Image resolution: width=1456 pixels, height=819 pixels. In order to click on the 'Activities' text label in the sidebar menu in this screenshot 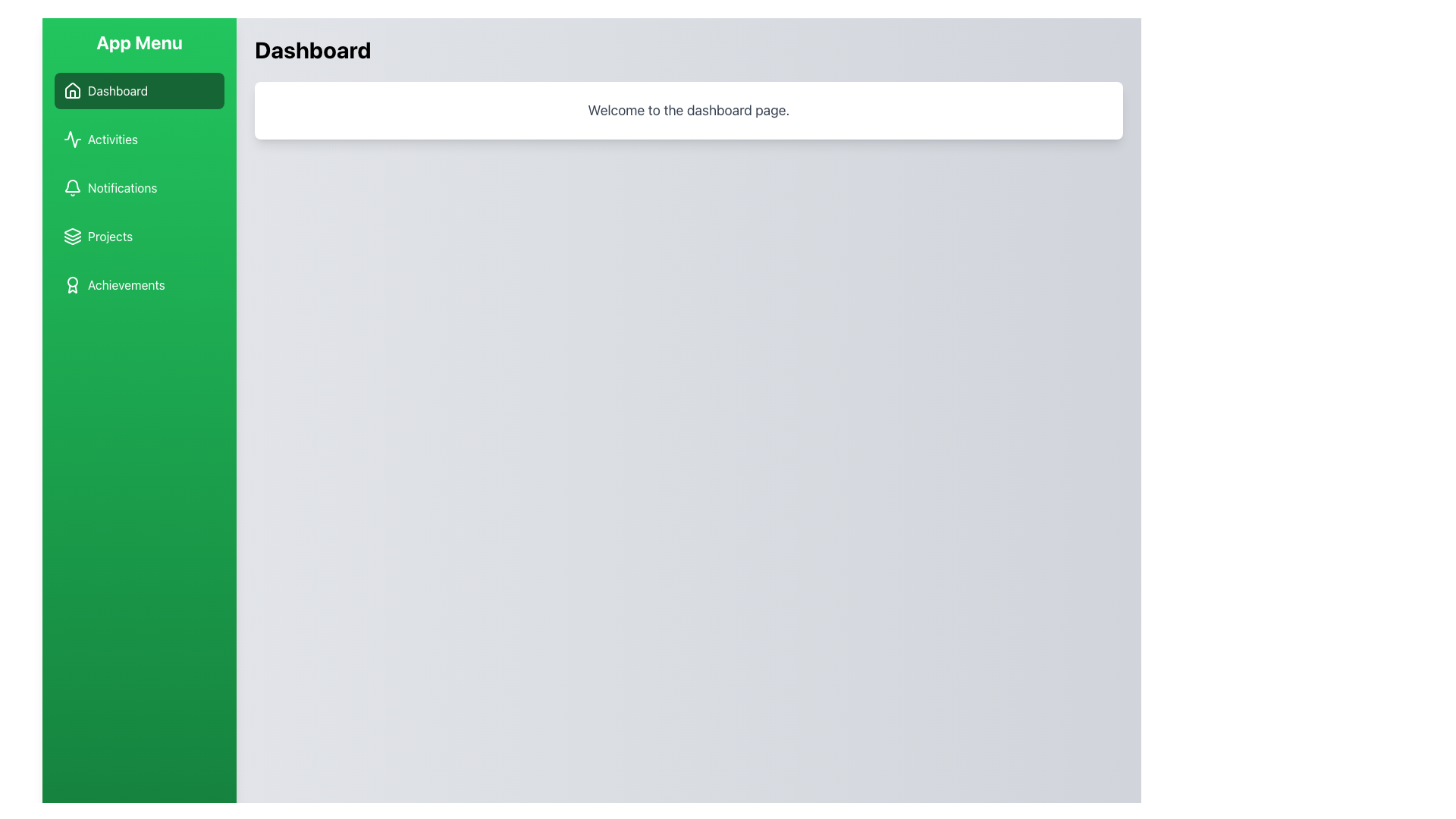, I will do `click(111, 140)`.